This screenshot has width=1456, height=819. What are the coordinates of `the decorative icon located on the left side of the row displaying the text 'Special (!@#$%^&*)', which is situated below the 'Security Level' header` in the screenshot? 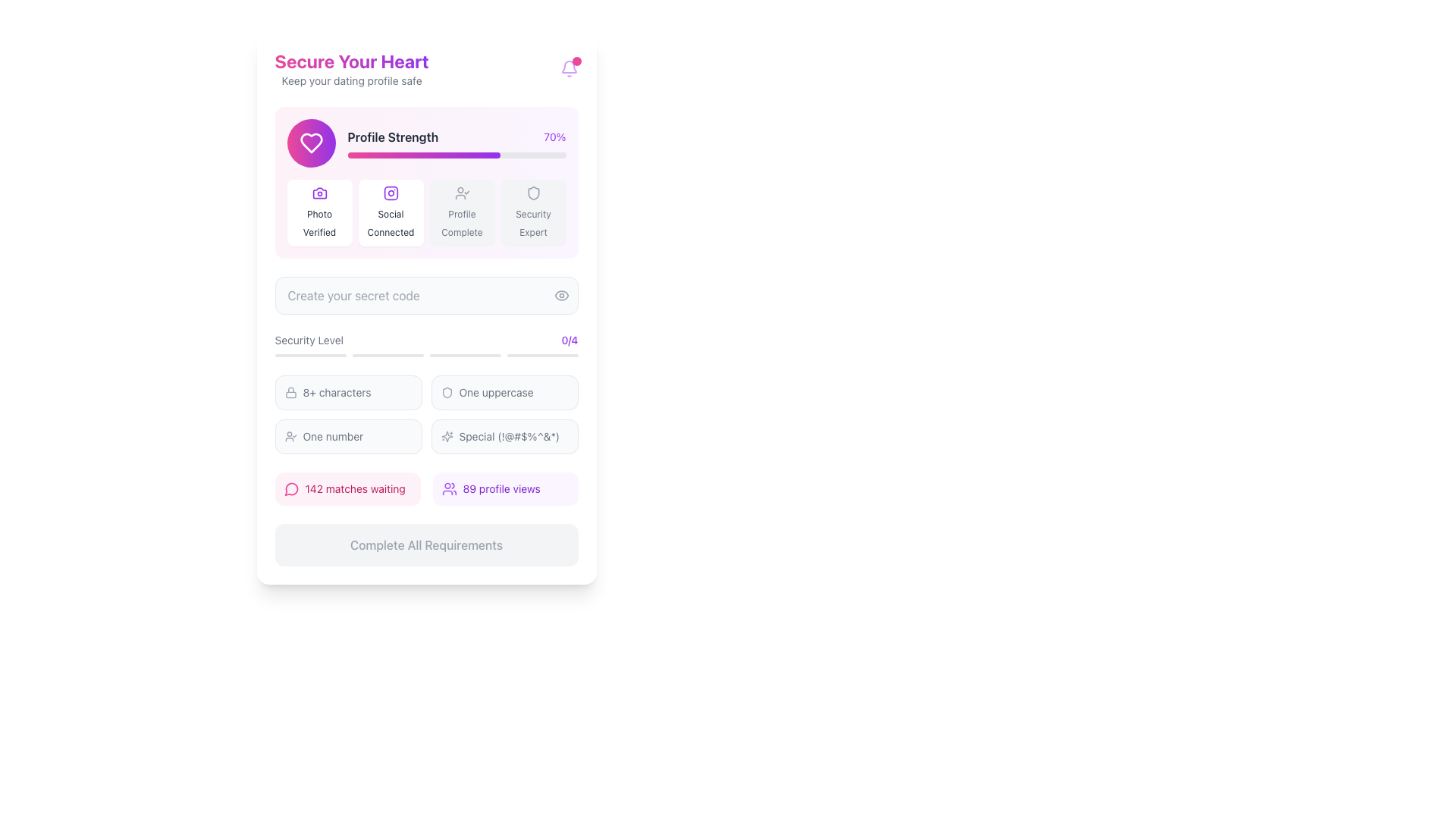 It's located at (446, 436).